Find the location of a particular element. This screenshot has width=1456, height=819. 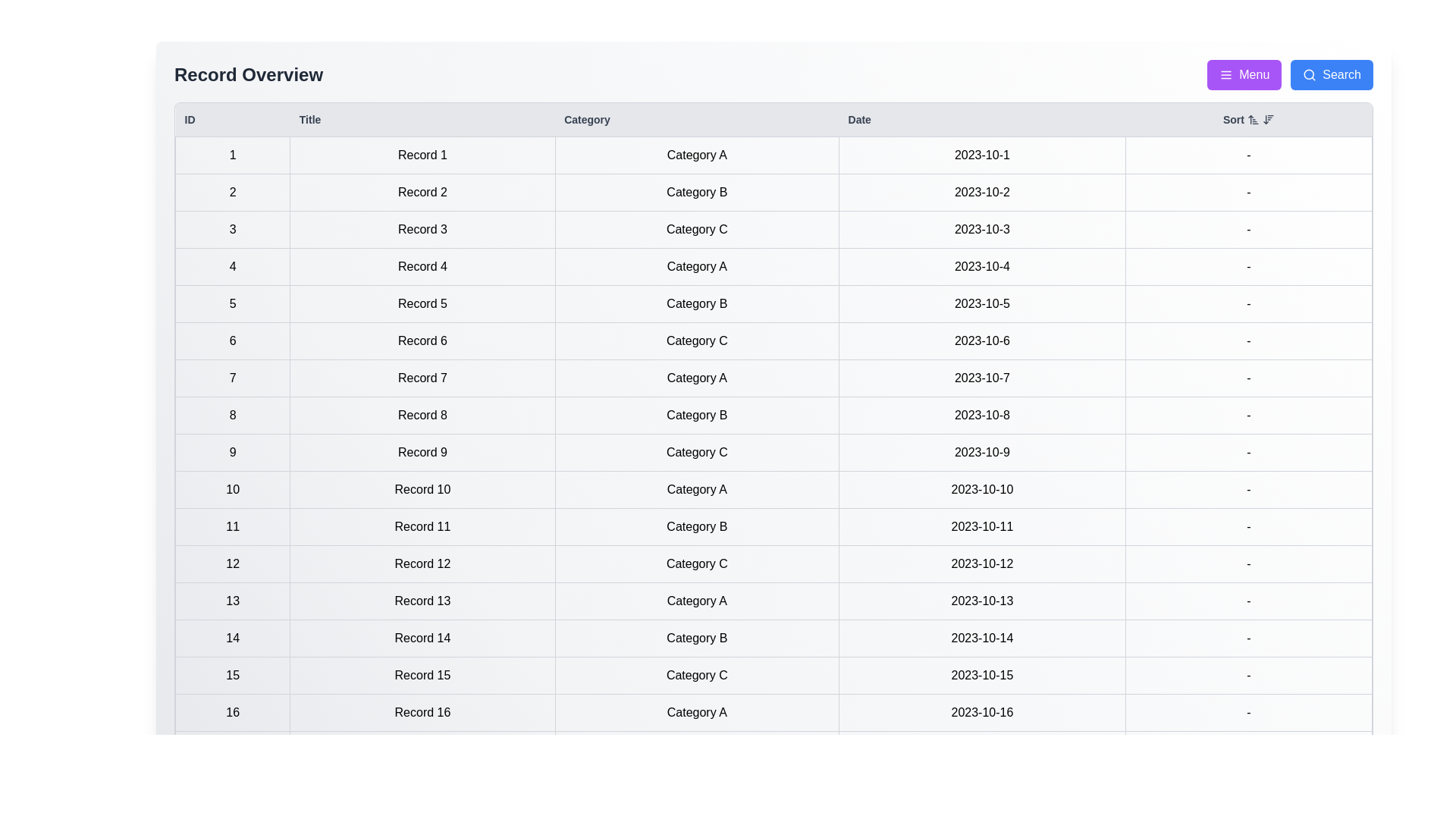

the text in the cell containing 'Record 1' is located at coordinates (290, 136).